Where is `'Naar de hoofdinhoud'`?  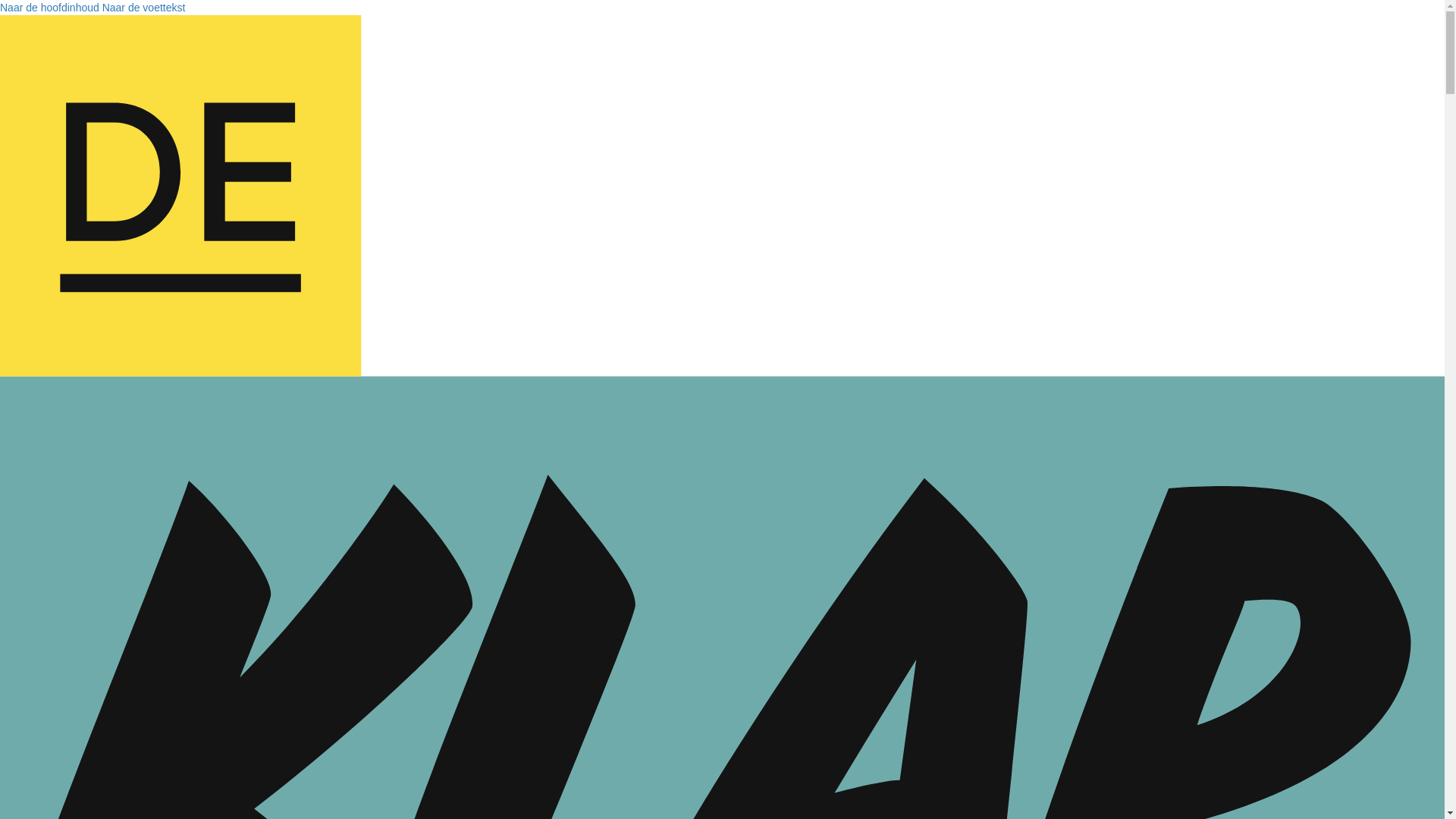
'Naar de hoofdinhoud' is located at coordinates (0, 8).